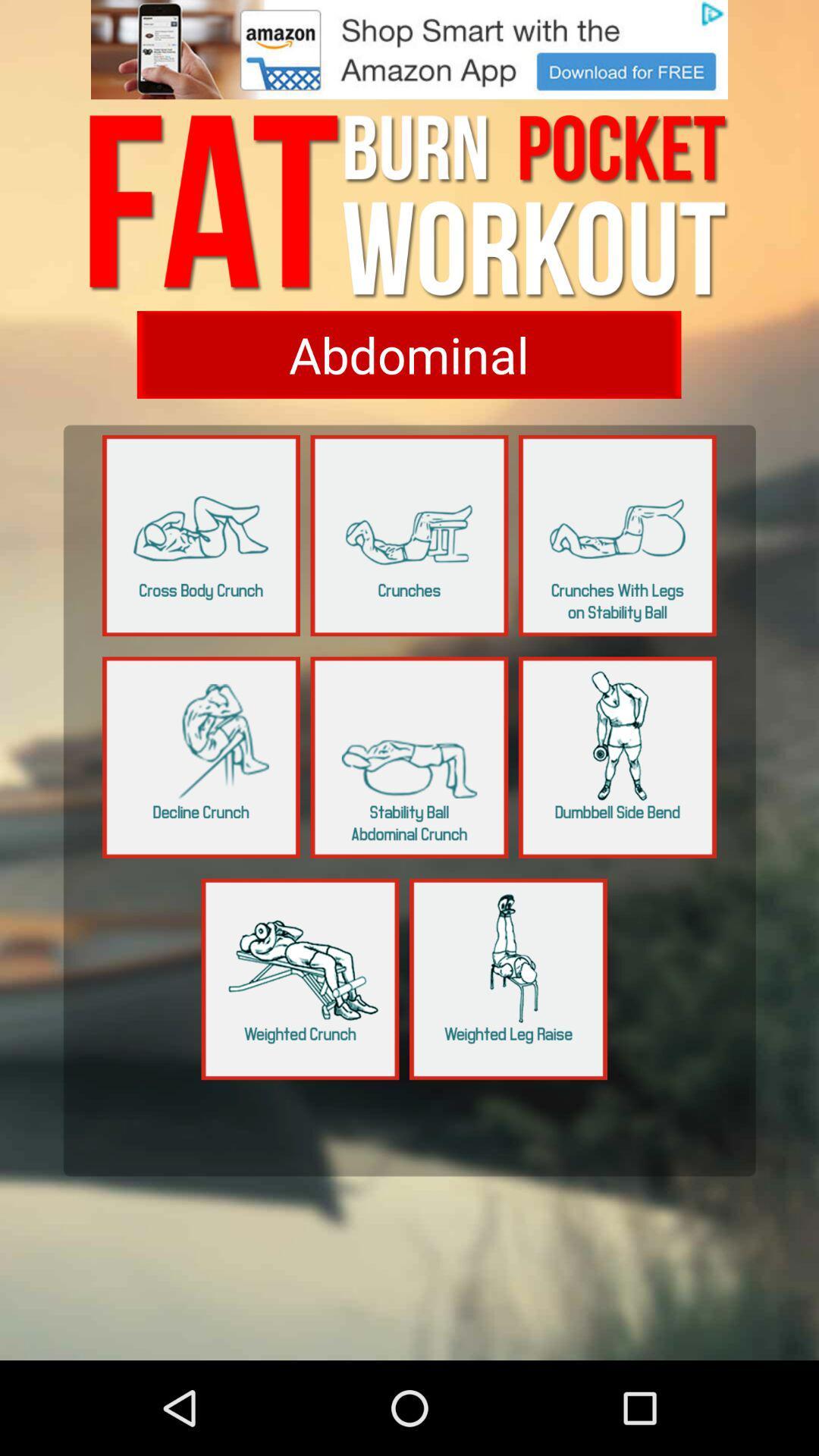 Image resolution: width=819 pixels, height=1456 pixels. What do you see at coordinates (200, 757) in the screenshot?
I see `it show someworkout` at bounding box center [200, 757].